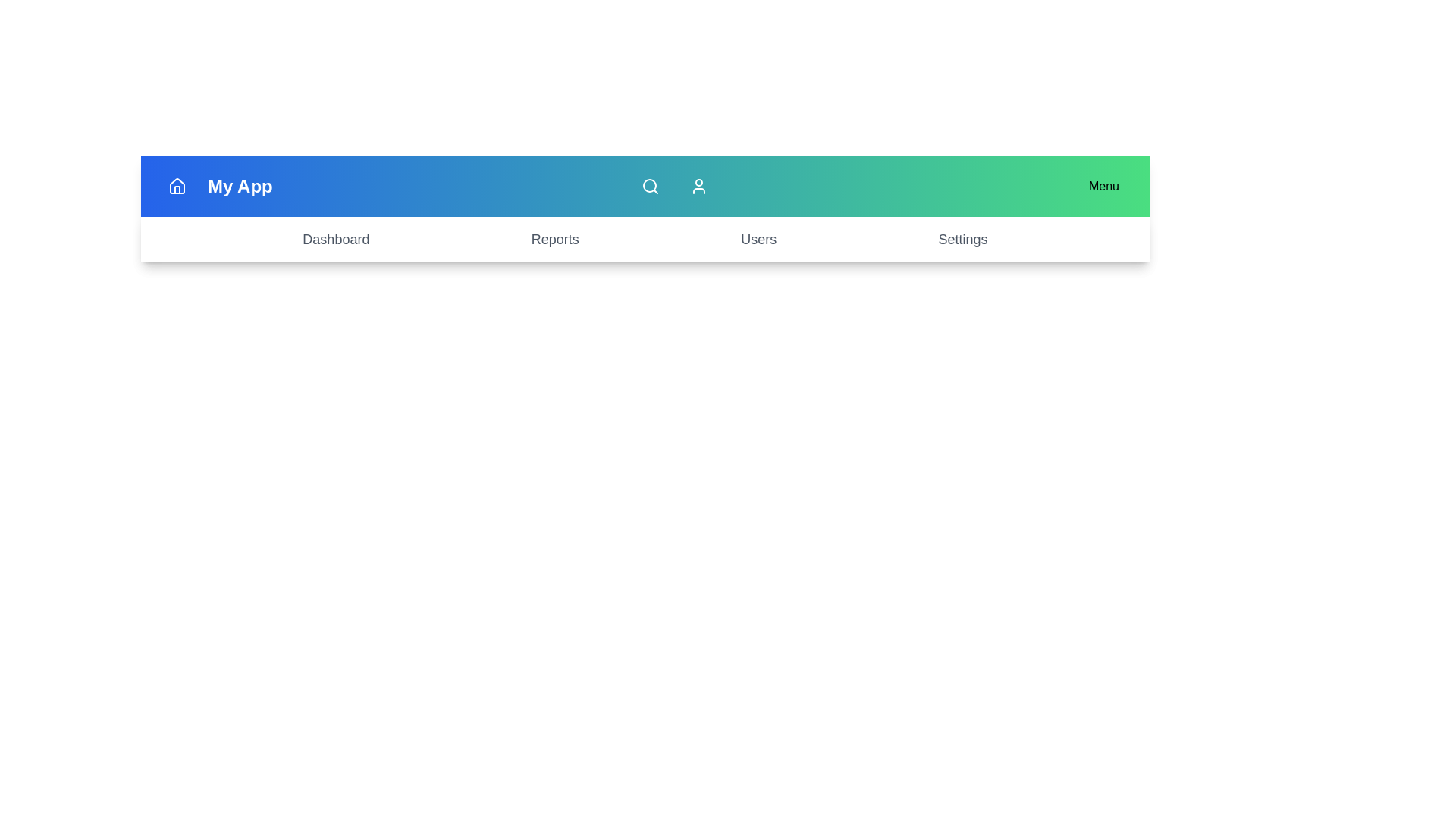 The width and height of the screenshot is (1456, 819). Describe the element at coordinates (334, 239) in the screenshot. I see `the menu item Dashboard from the navigation bar` at that location.